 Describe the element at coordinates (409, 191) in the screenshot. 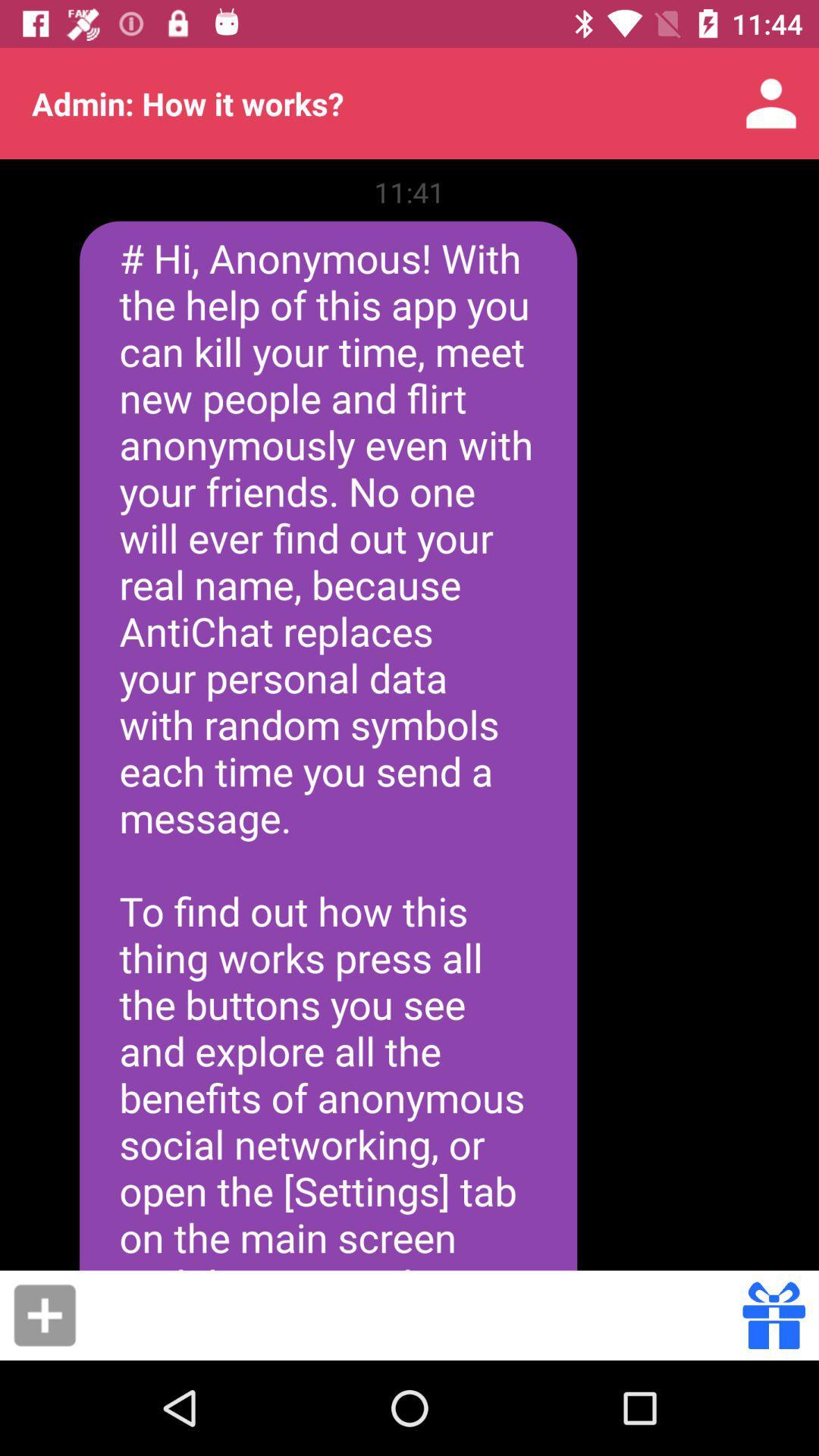

I see `11:41 item` at that location.